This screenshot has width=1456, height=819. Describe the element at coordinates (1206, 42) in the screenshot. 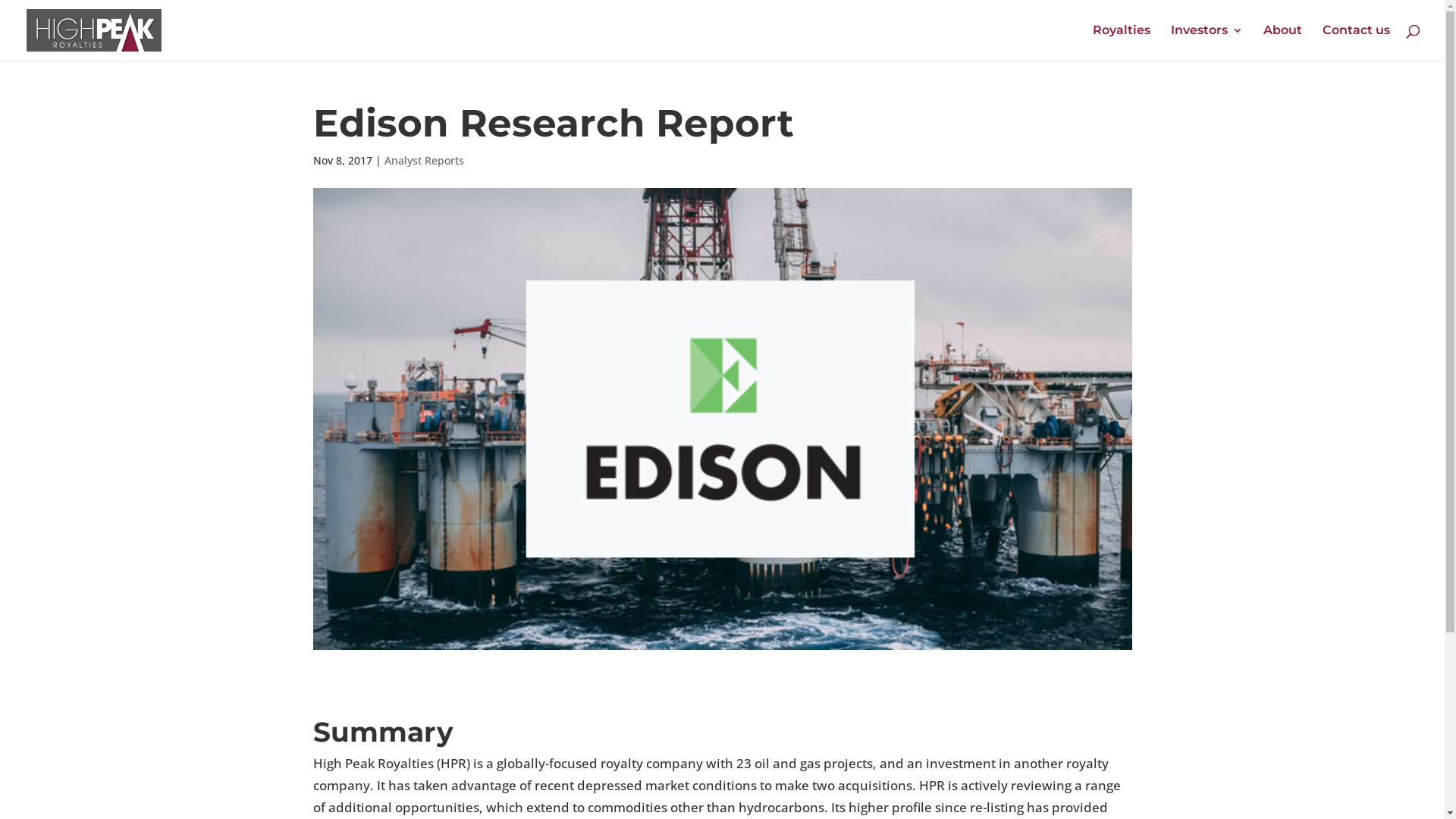

I see `'Investors'` at that location.